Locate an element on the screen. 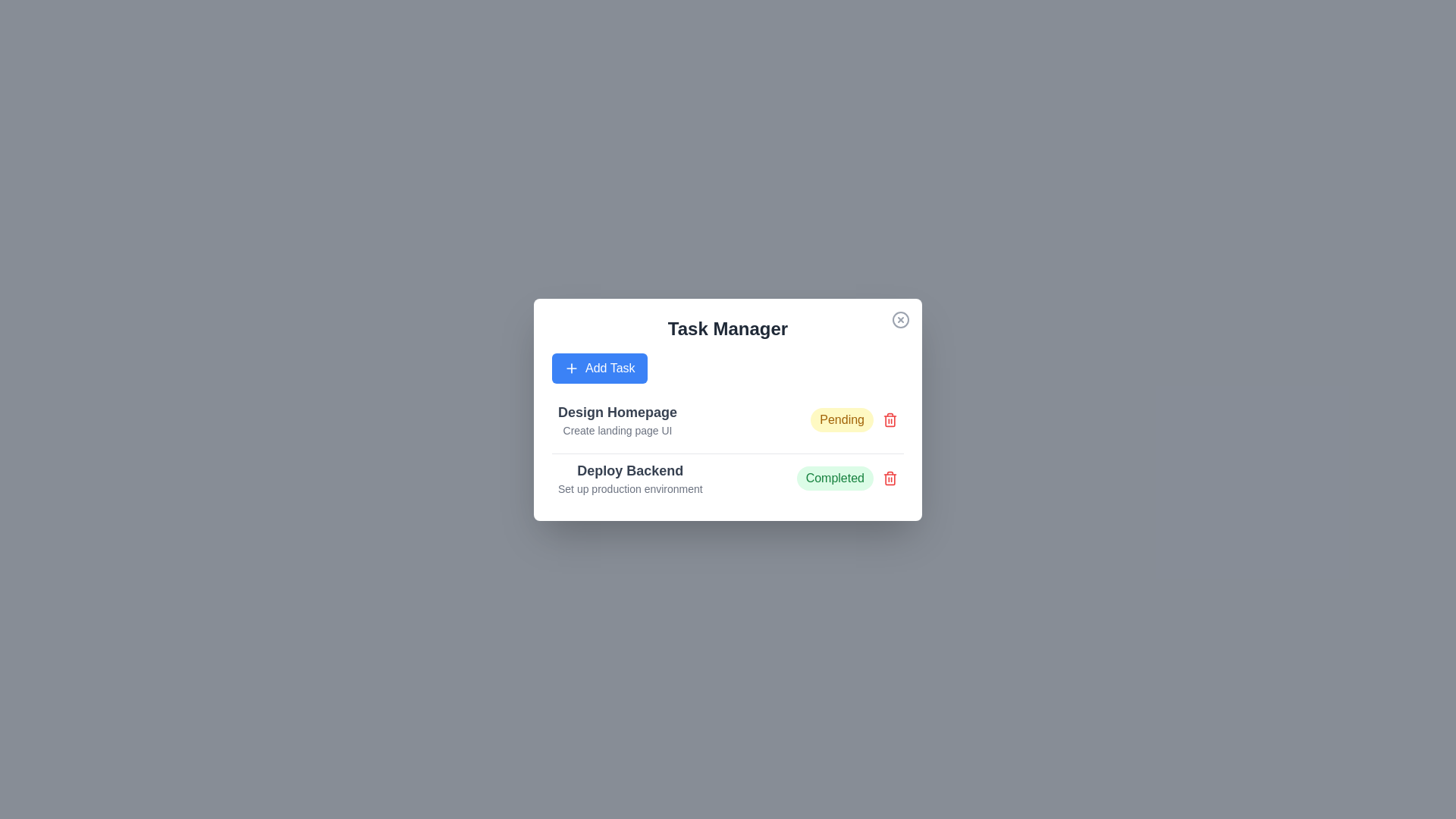 The width and height of the screenshot is (1456, 819). the Status Label badge labeled 'Completed' which has a light green background and is positioned next to the 'Deploy Backend' task row in the 'Task Manager' modal is located at coordinates (834, 478).